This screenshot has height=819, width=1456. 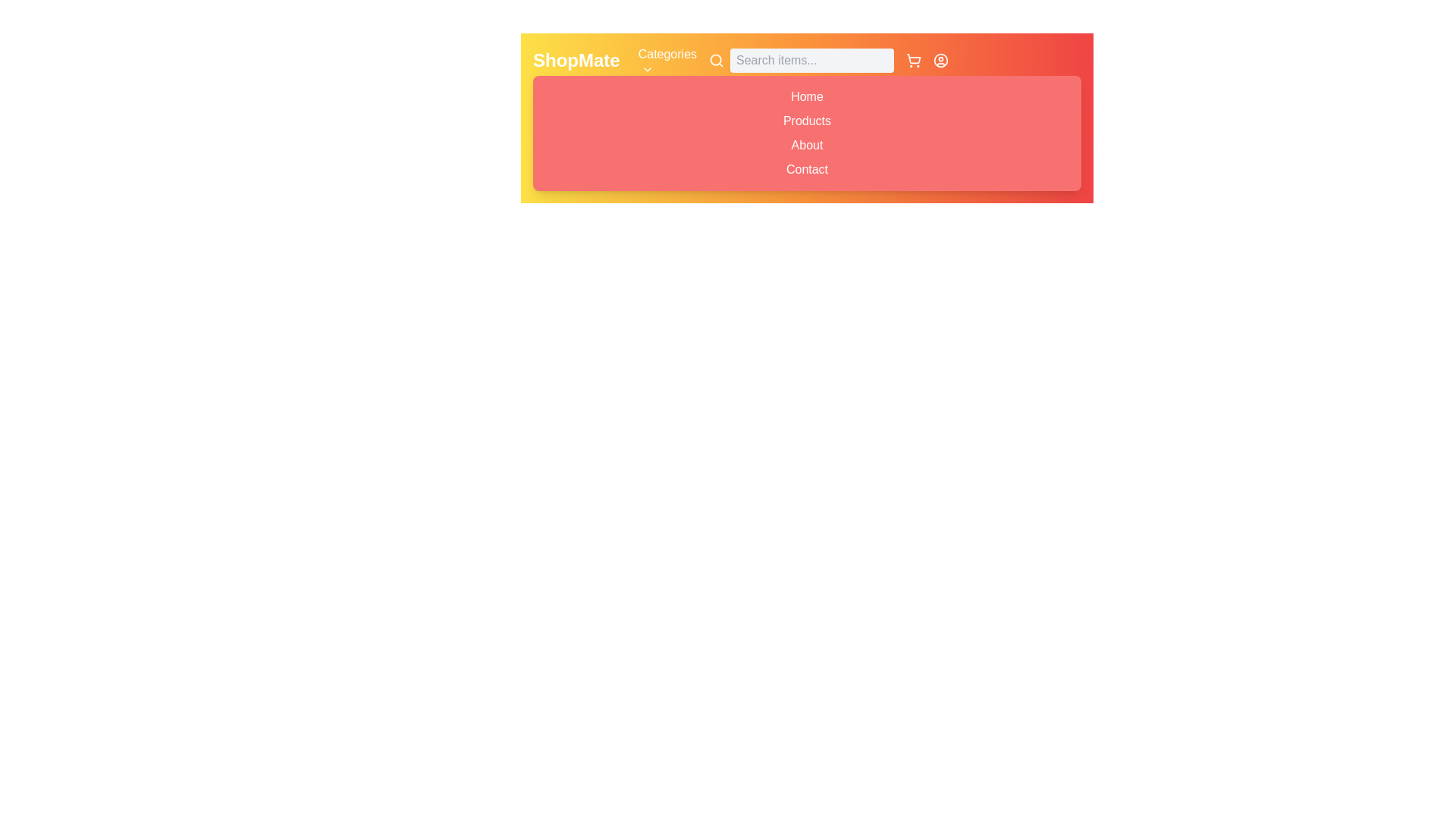 I want to click on the hyperlink located in the dropdown menu under the header section, positioned between 'Products' and 'Contact', so click(x=806, y=145).